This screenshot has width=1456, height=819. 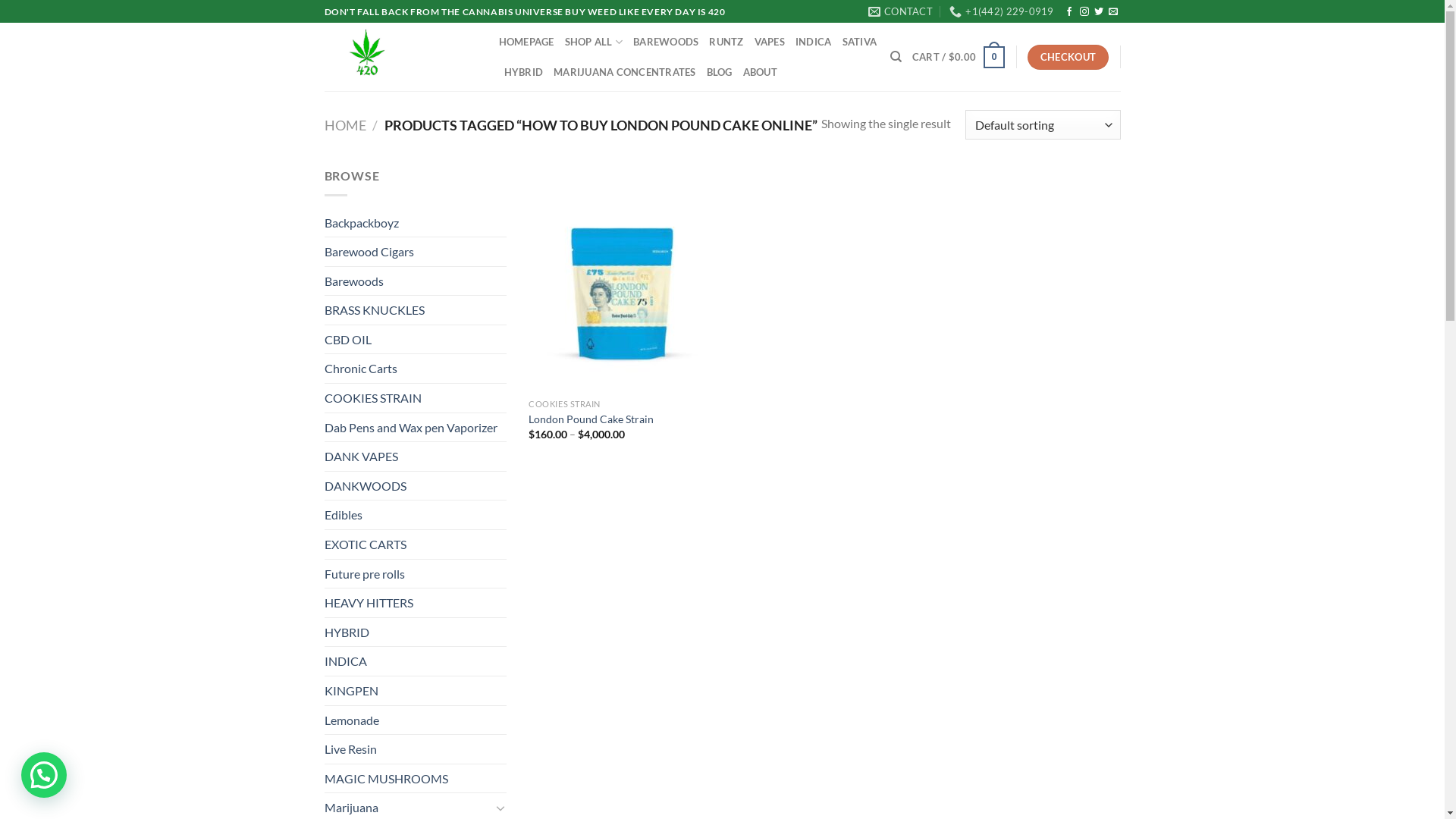 What do you see at coordinates (415, 543) in the screenshot?
I see `'EXOTIC CARTS'` at bounding box center [415, 543].